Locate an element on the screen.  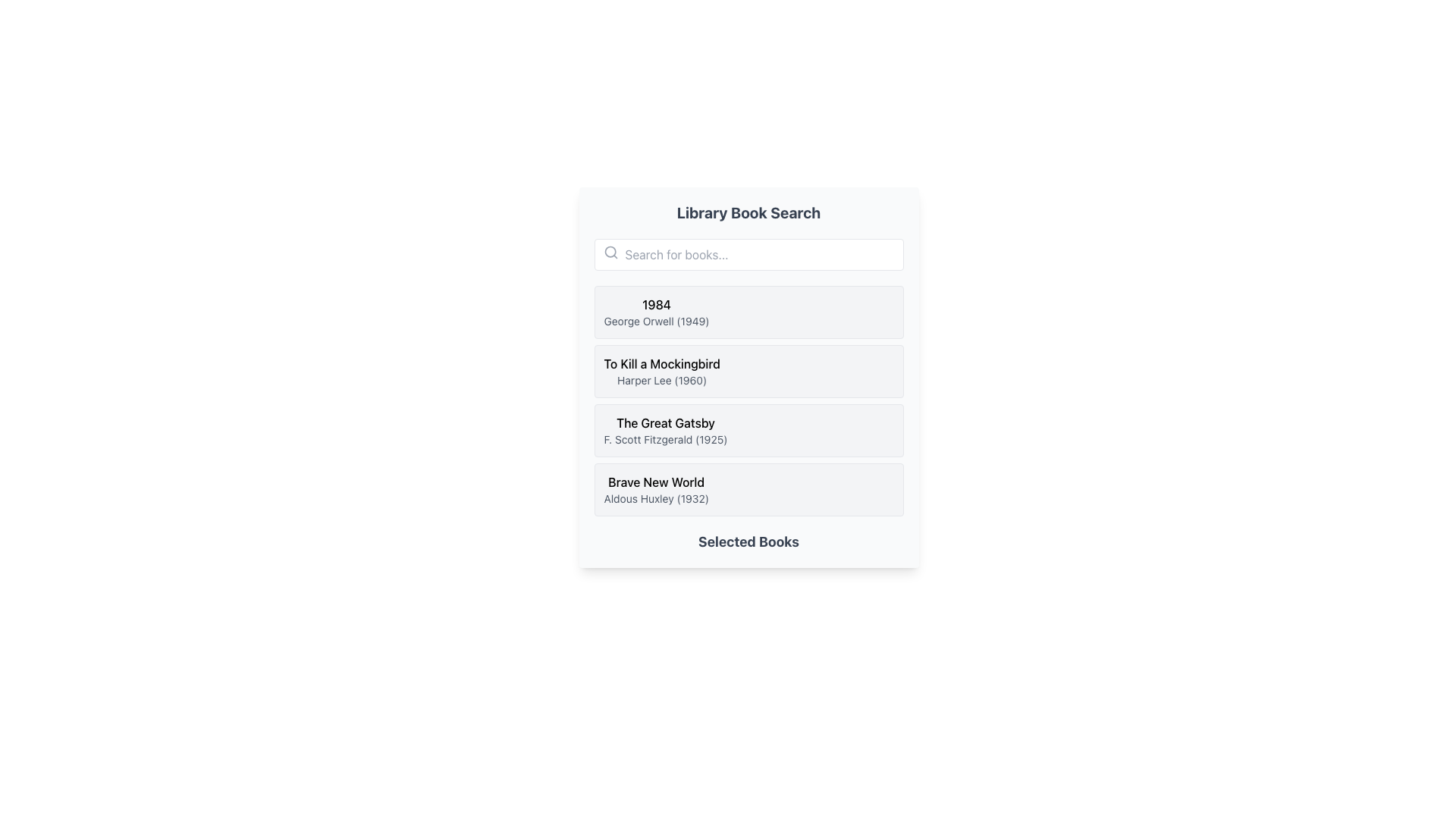
the text label that serves as the title of the second book entry in the library list, which is positioned above 'Harper Lee (1960)' and below '1984' is located at coordinates (662, 363).